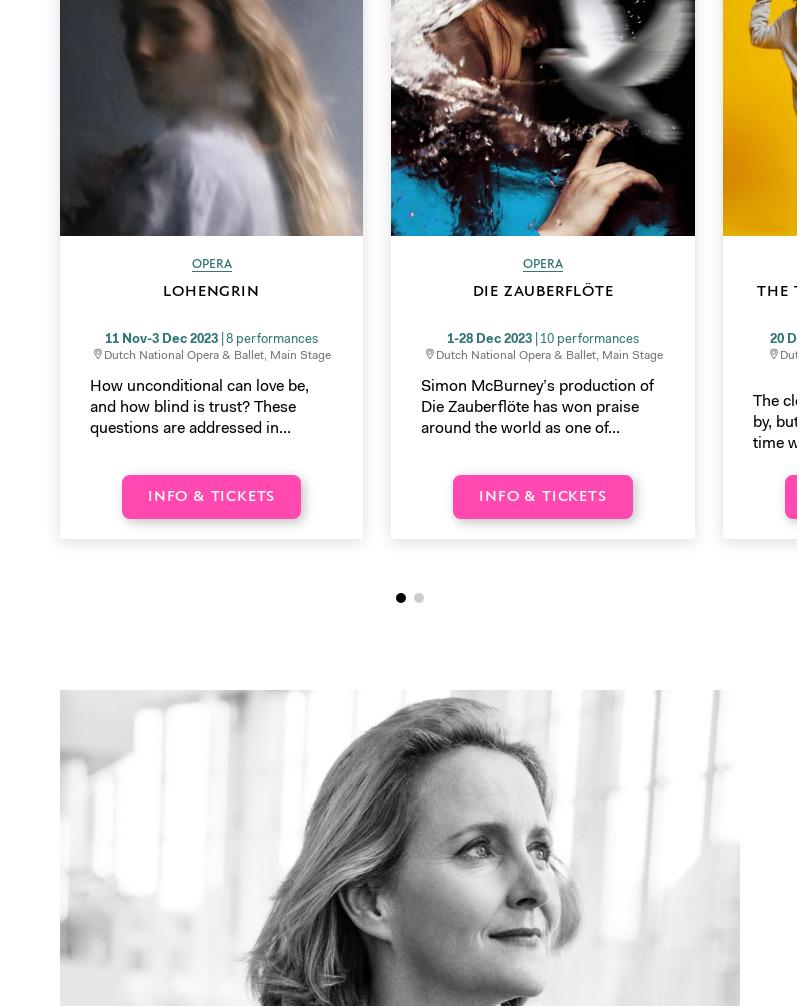 This screenshot has height=1006, width=800. What do you see at coordinates (435, 507) in the screenshot?
I see `'Concert'` at bounding box center [435, 507].